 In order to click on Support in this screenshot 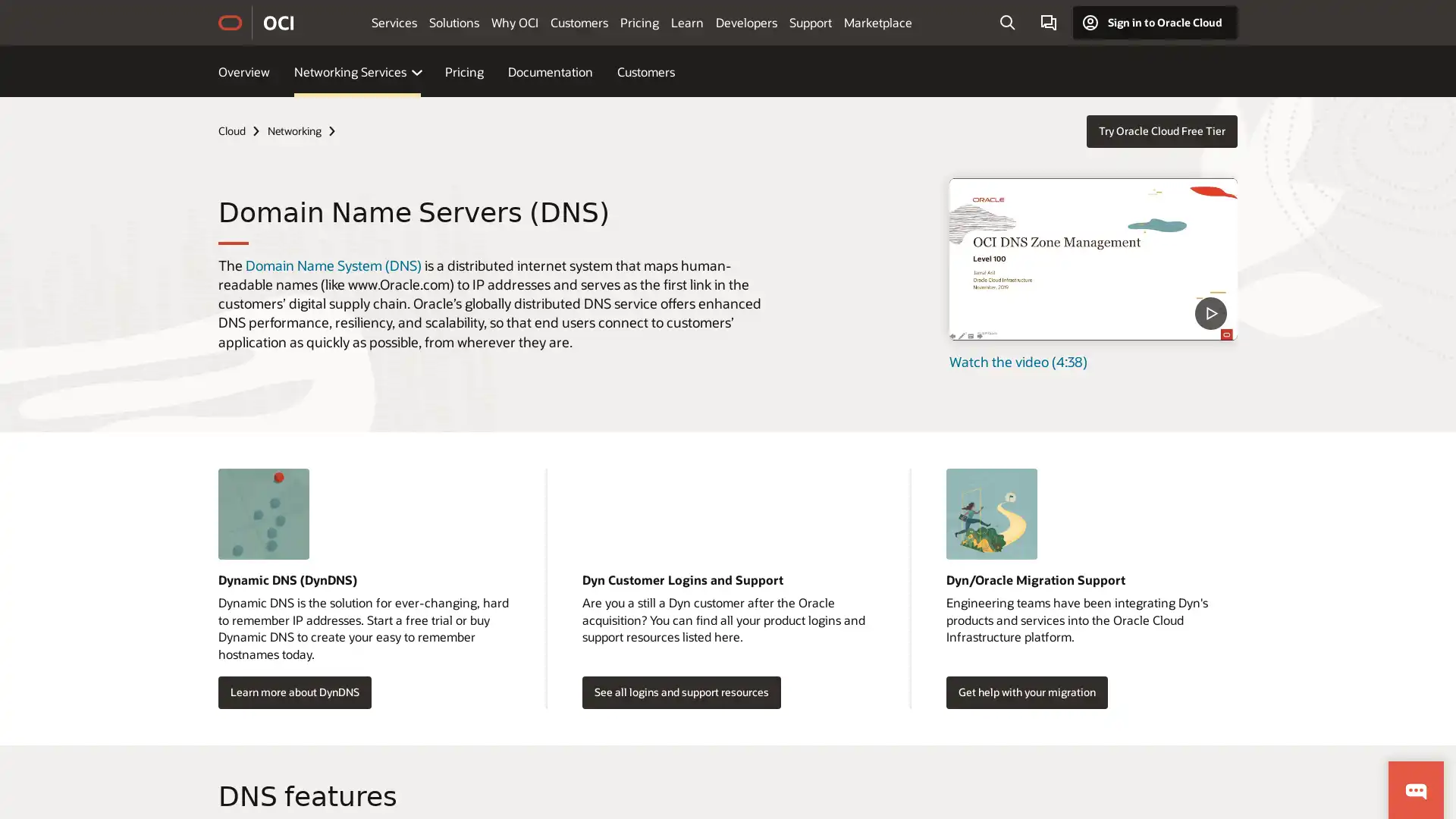, I will do `click(810, 22)`.